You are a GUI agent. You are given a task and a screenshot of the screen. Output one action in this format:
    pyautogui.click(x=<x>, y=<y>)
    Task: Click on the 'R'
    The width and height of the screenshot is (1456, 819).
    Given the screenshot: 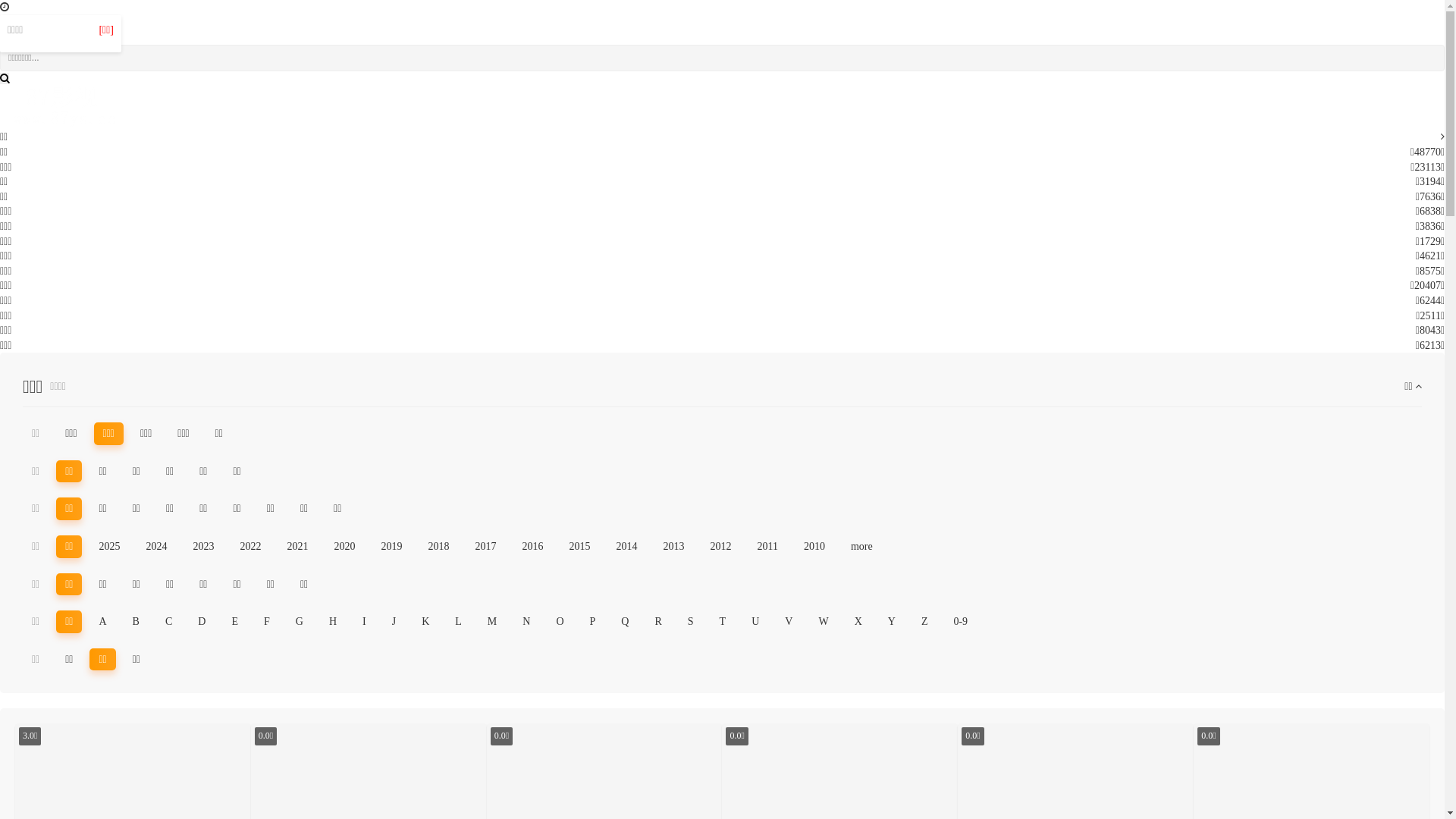 What is the action you would take?
    pyautogui.click(x=657, y=622)
    